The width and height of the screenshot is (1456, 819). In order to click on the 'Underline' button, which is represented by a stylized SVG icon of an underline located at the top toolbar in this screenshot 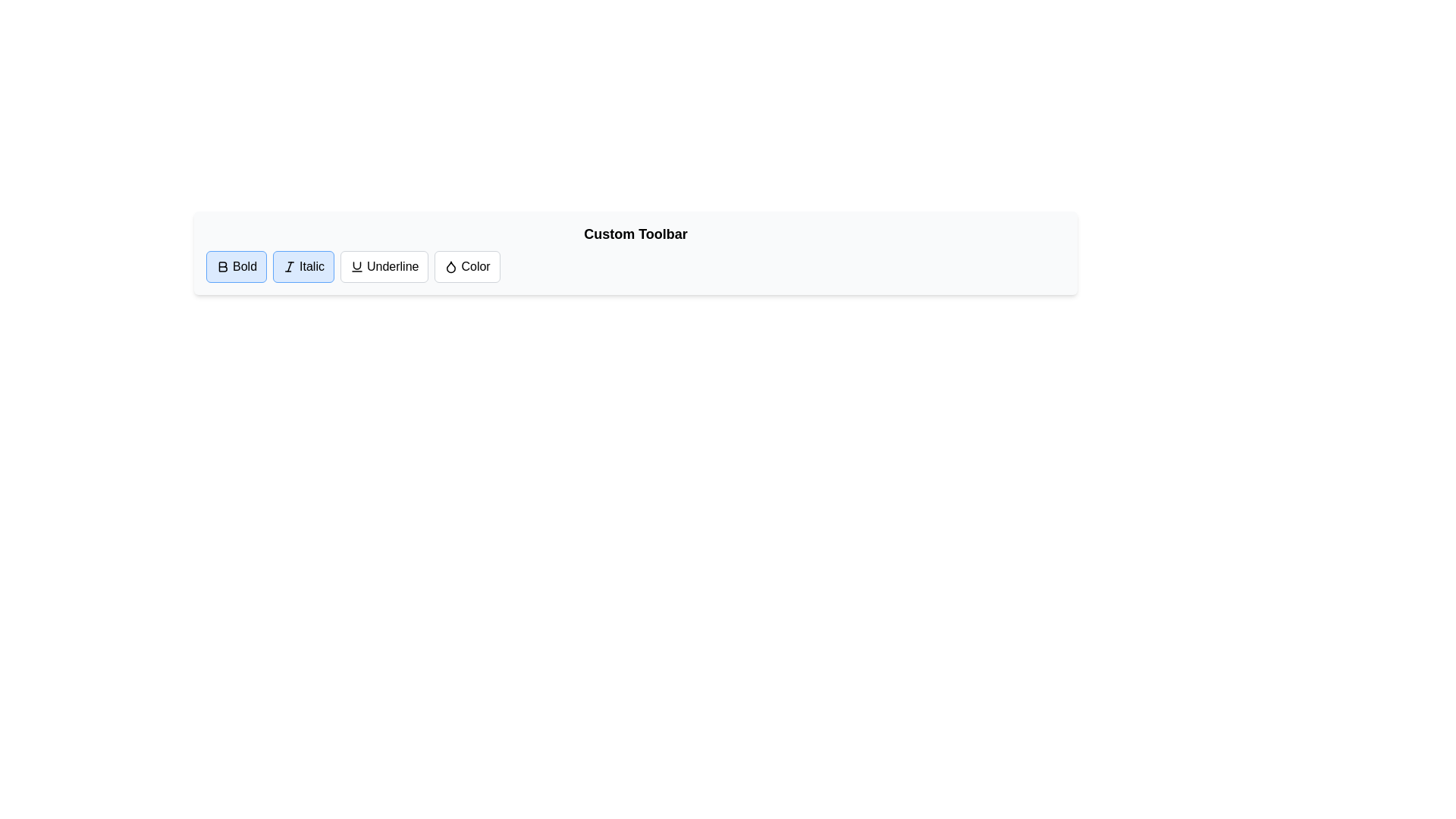, I will do `click(356, 265)`.